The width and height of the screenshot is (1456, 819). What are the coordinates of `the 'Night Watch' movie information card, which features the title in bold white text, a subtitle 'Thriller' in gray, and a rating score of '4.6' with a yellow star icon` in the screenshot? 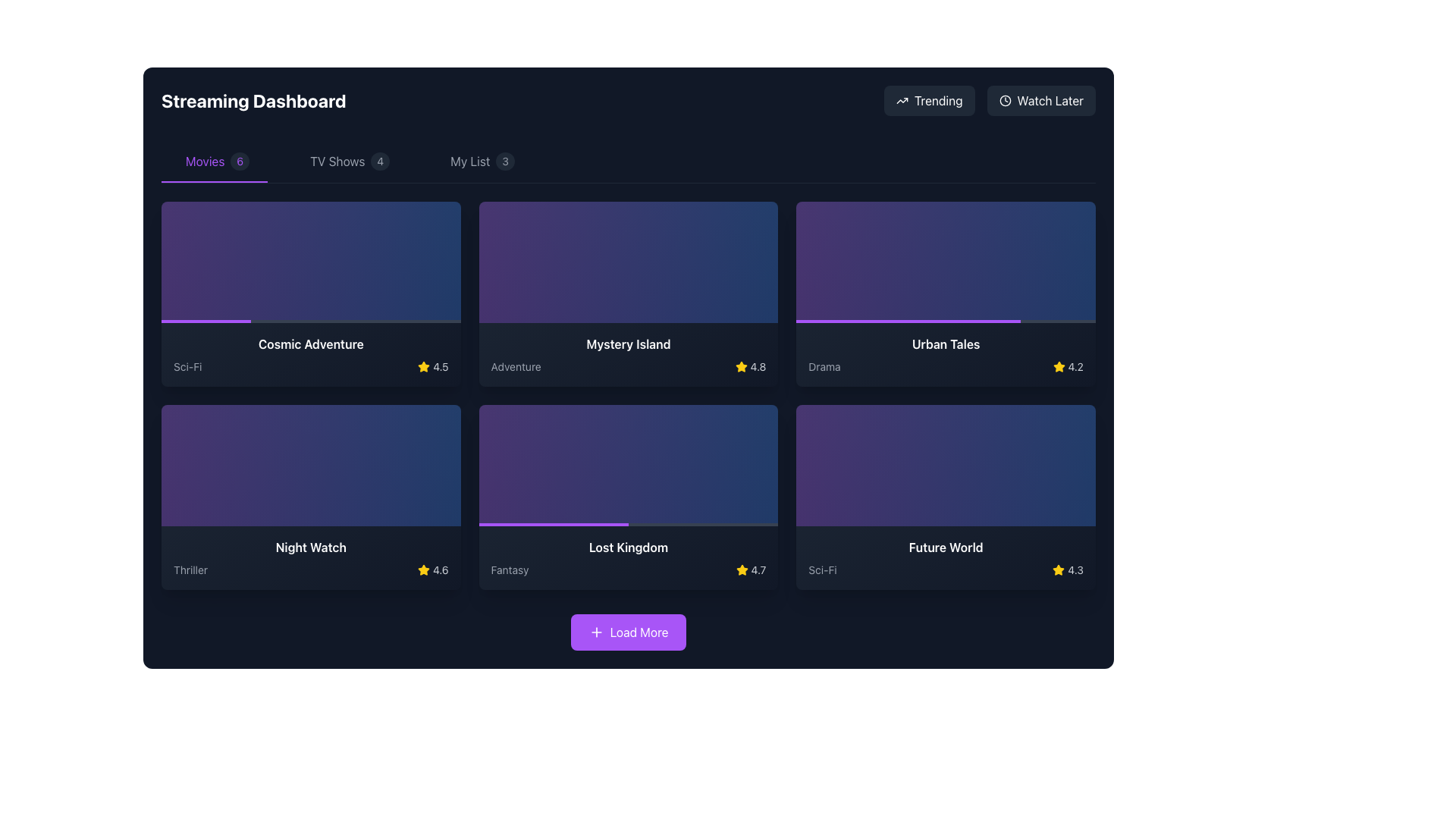 It's located at (310, 558).